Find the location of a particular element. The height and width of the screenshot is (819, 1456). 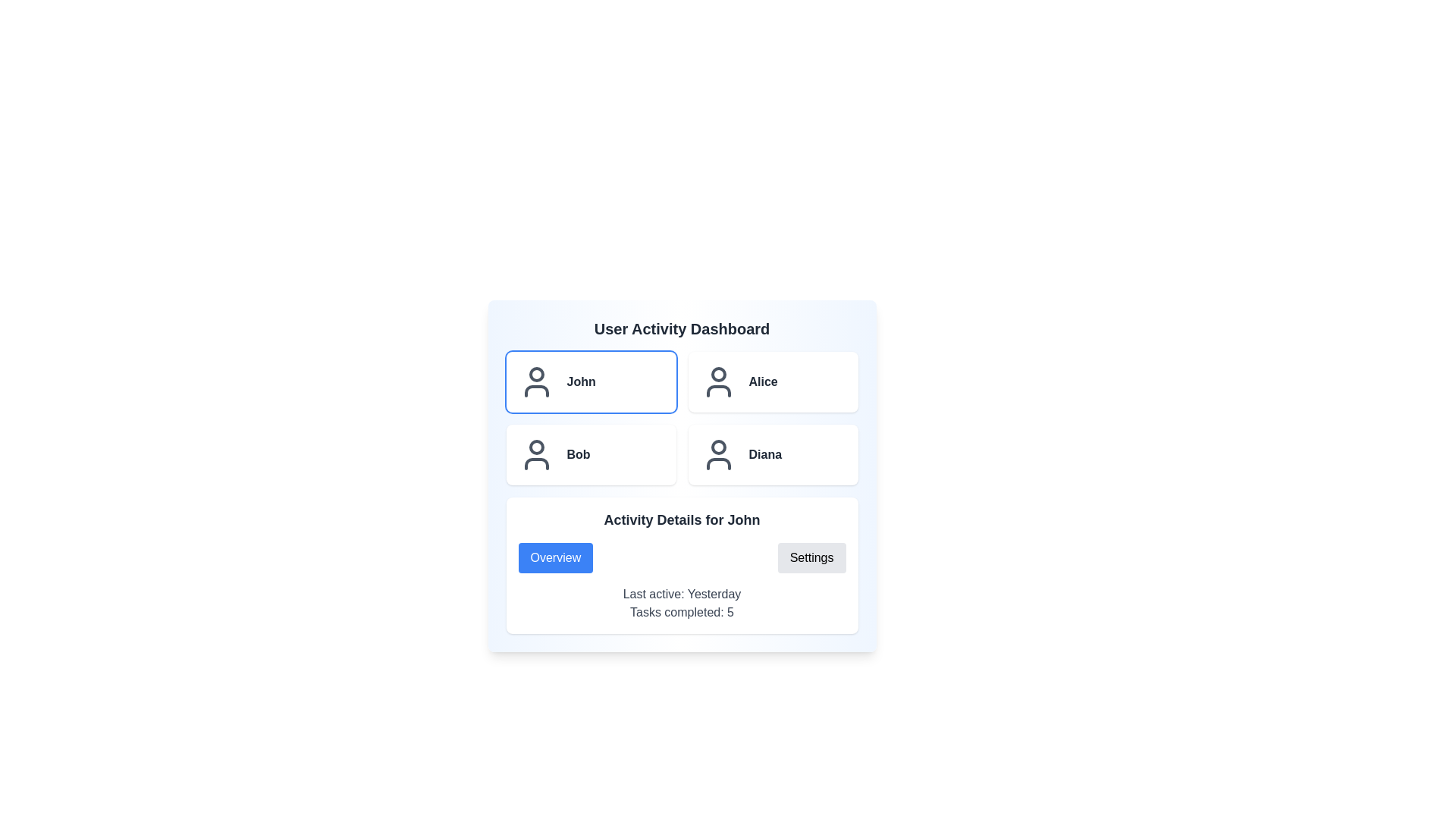

graphical details of the icon representing the user 'John' located in the first row and first column of the user grid in the dashboard is located at coordinates (536, 391).